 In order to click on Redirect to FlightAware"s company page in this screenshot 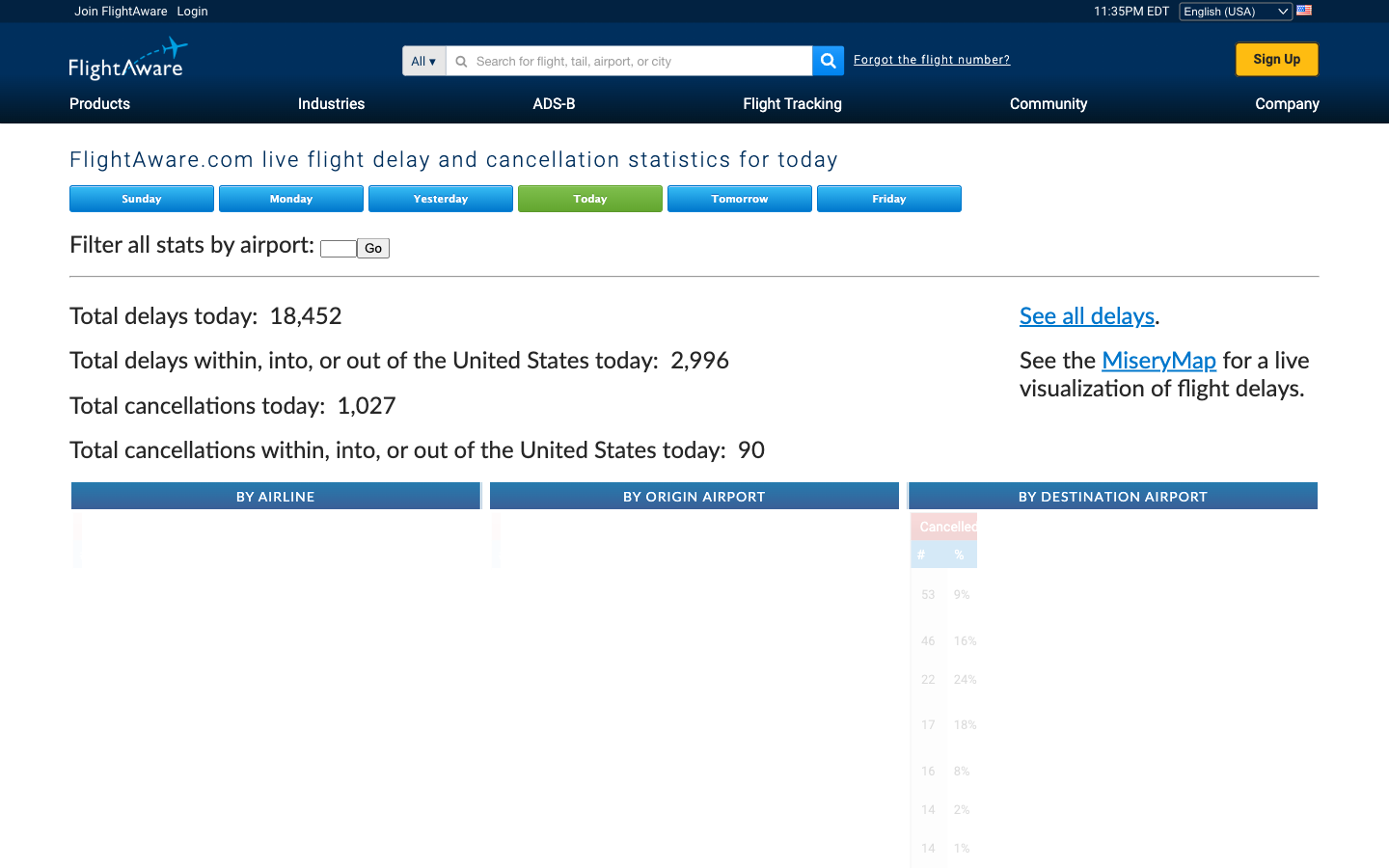, I will do `click(1286, 100)`.